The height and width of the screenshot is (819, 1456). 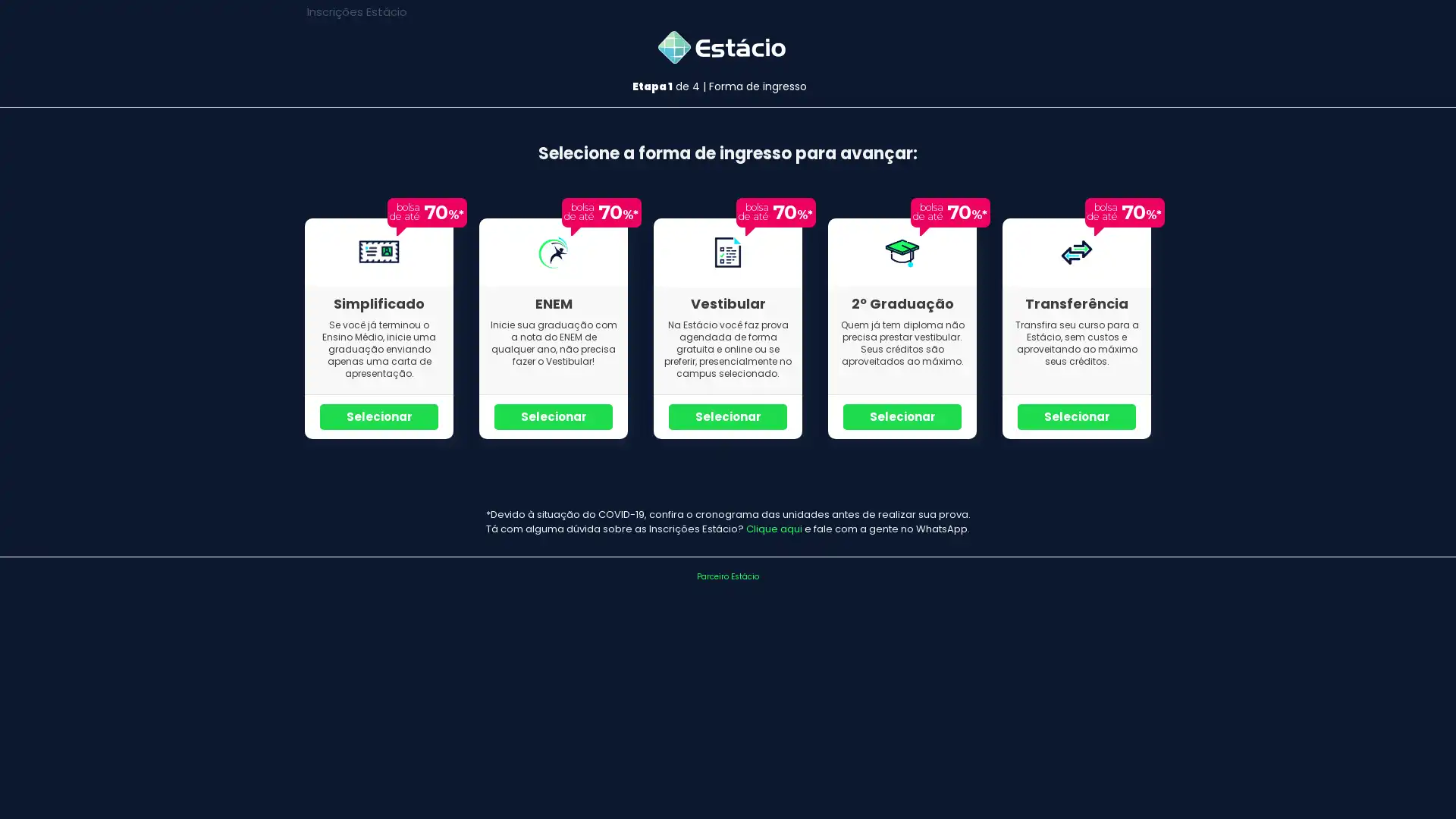 What do you see at coordinates (552, 416) in the screenshot?
I see `Selecionar` at bounding box center [552, 416].